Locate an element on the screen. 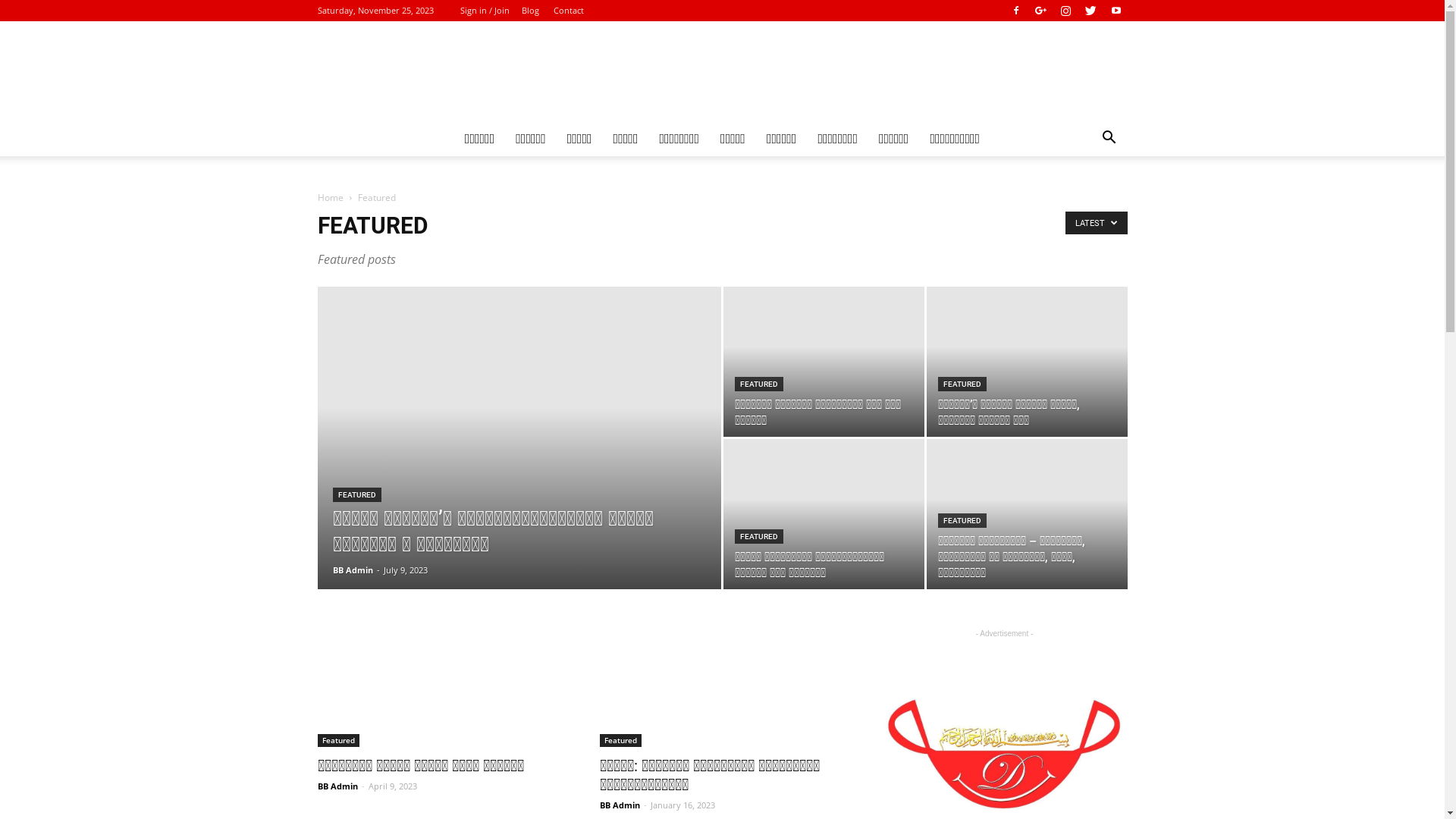 This screenshot has height=819, width=1456. 'Youtube' is located at coordinates (1115, 11).